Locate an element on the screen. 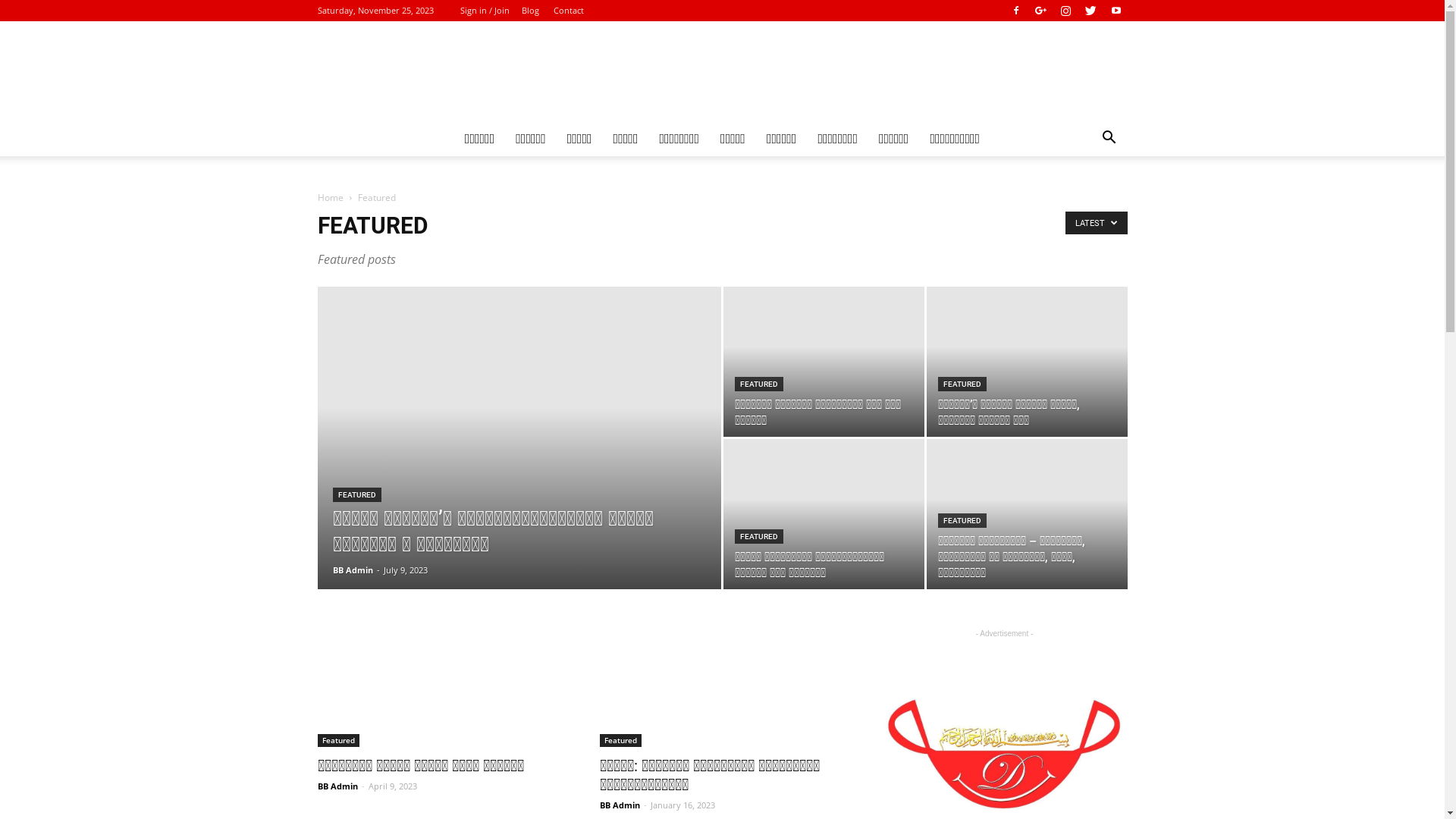 This screenshot has height=819, width=1456. 'Youtube' is located at coordinates (1115, 11).